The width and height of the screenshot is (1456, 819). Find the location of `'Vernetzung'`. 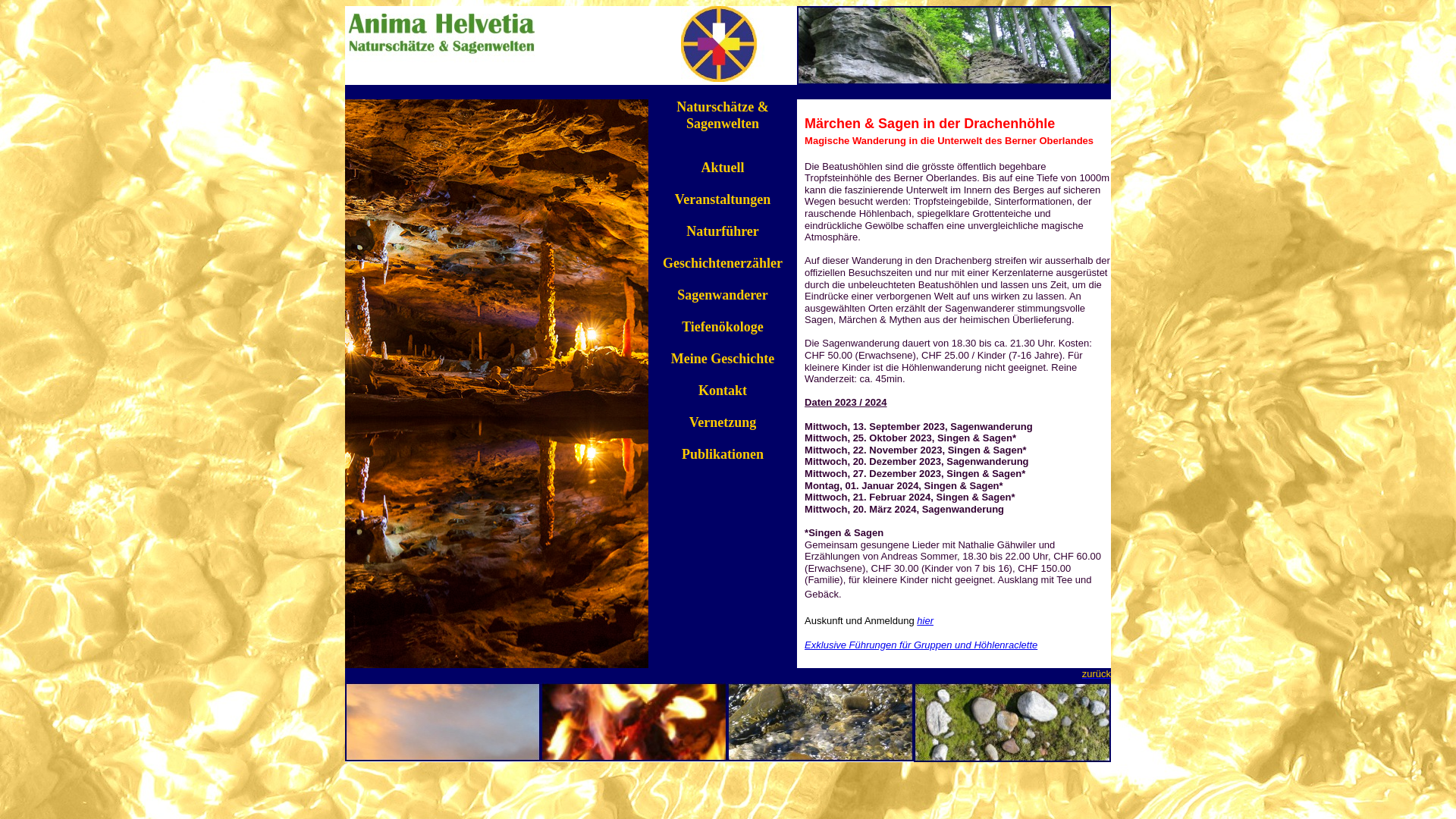

'Vernetzung' is located at coordinates (688, 422).